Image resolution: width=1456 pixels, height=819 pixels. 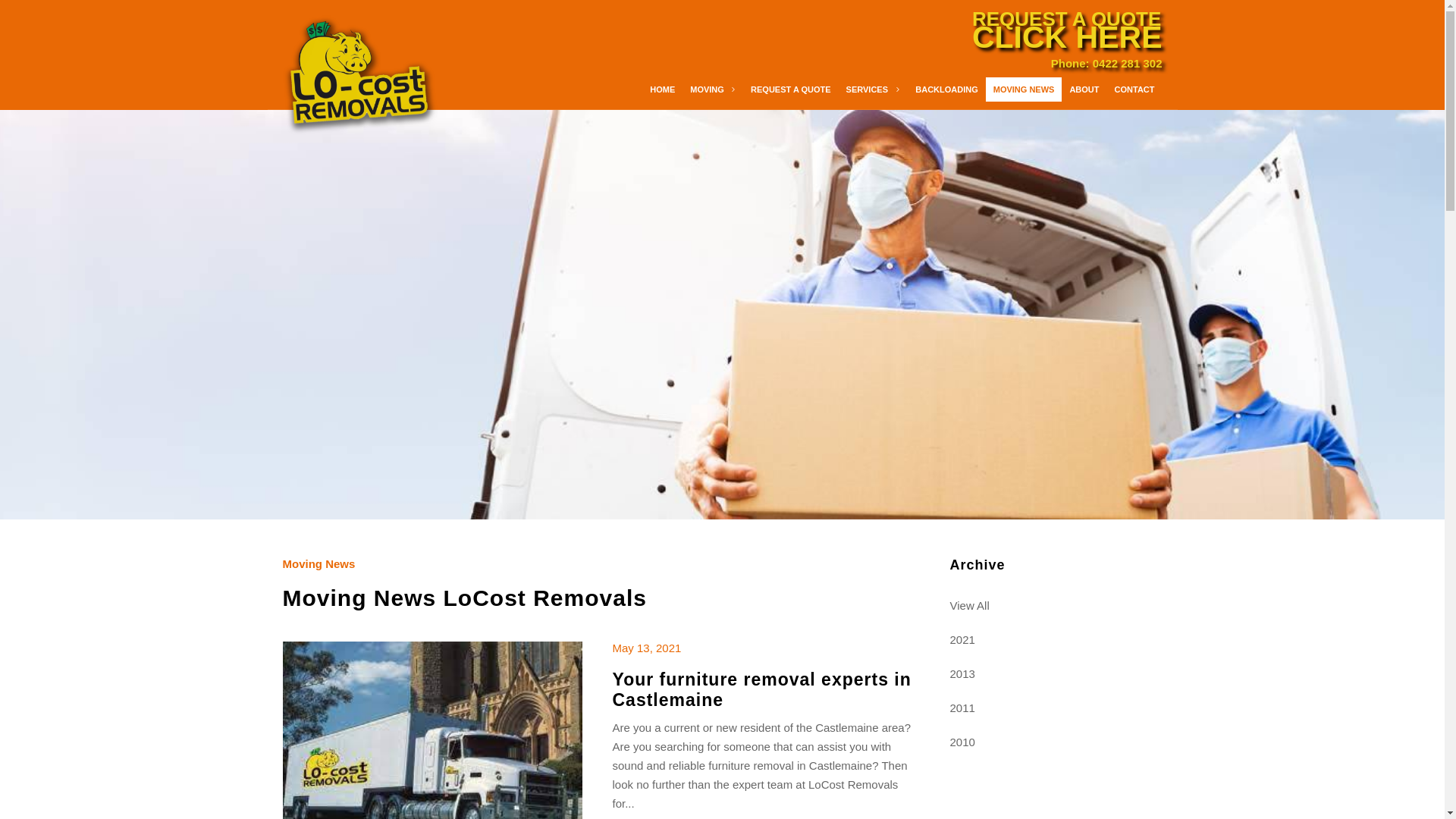 I want to click on 'CONTACT', so click(x=1134, y=89).